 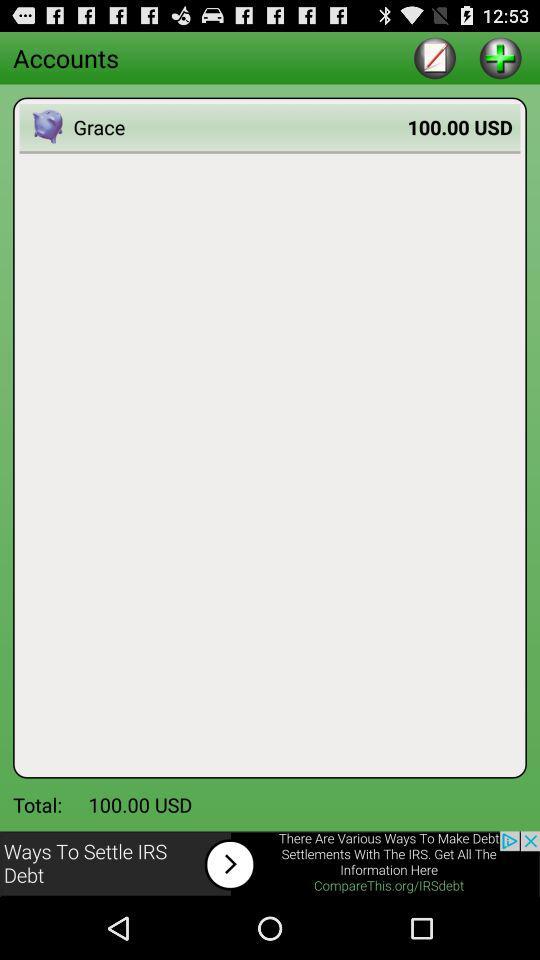 What do you see at coordinates (434, 56) in the screenshot?
I see `note the box` at bounding box center [434, 56].